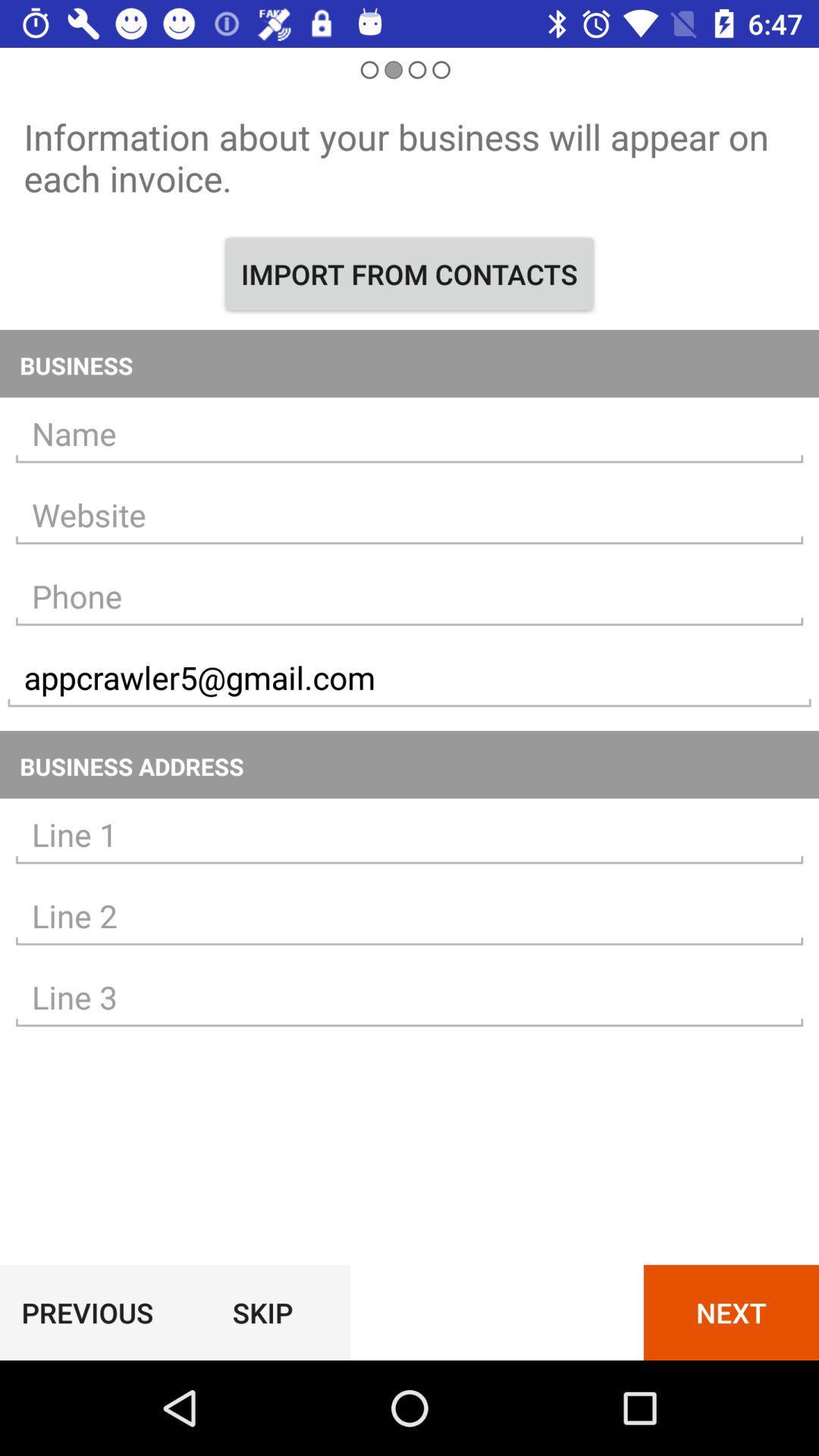 This screenshot has height=1456, width=819. Describe the element at coordinates (409, 515) in the screenshot. I see `business website` at that location.